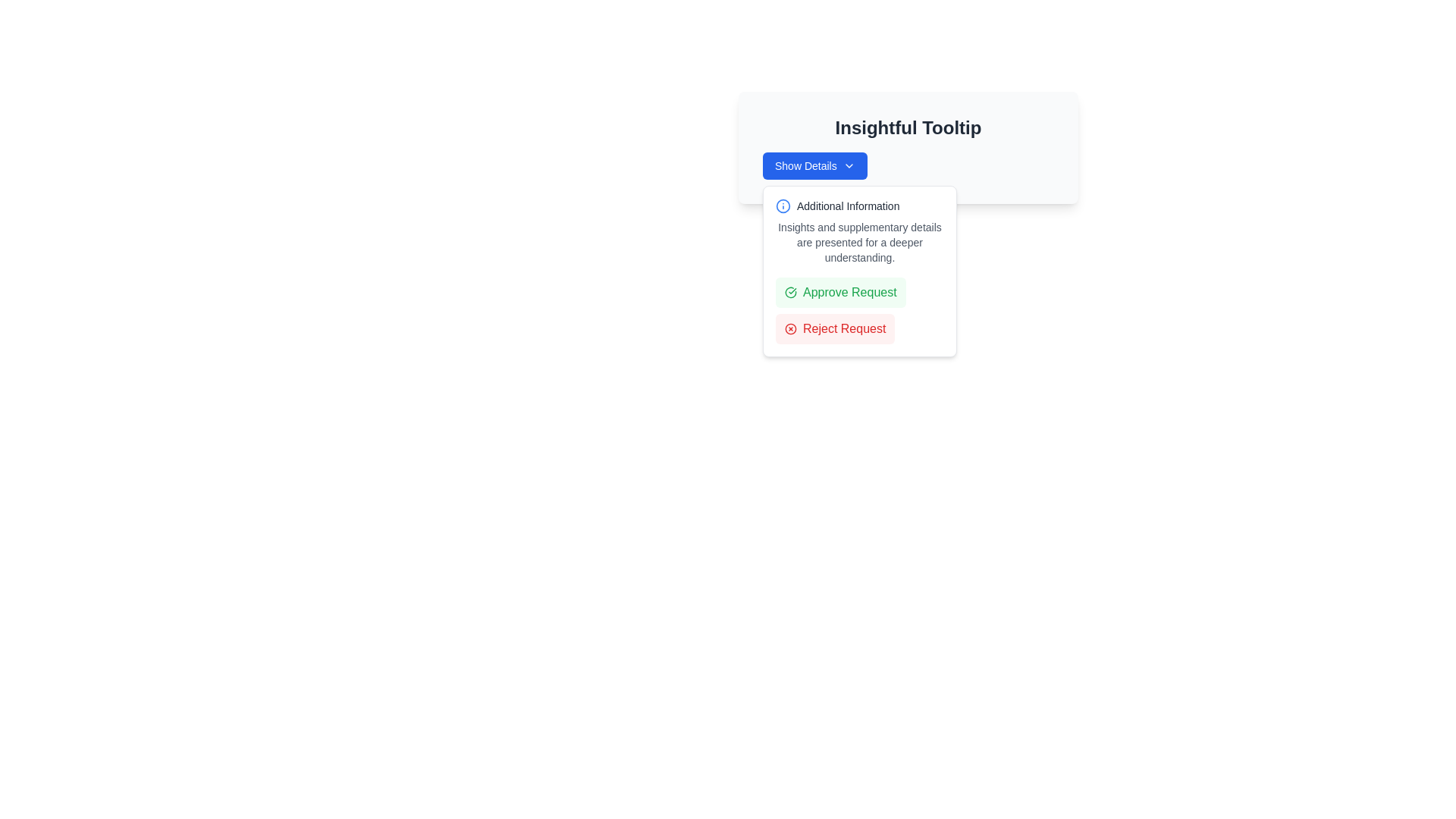 Image resolution: width=1456 pixels, height=819 pixels. Describe the element at coordinates (783, 206) in the screenshot. I see `the information icon located at the top left corner of the 'Additional Information' content box` at that location.